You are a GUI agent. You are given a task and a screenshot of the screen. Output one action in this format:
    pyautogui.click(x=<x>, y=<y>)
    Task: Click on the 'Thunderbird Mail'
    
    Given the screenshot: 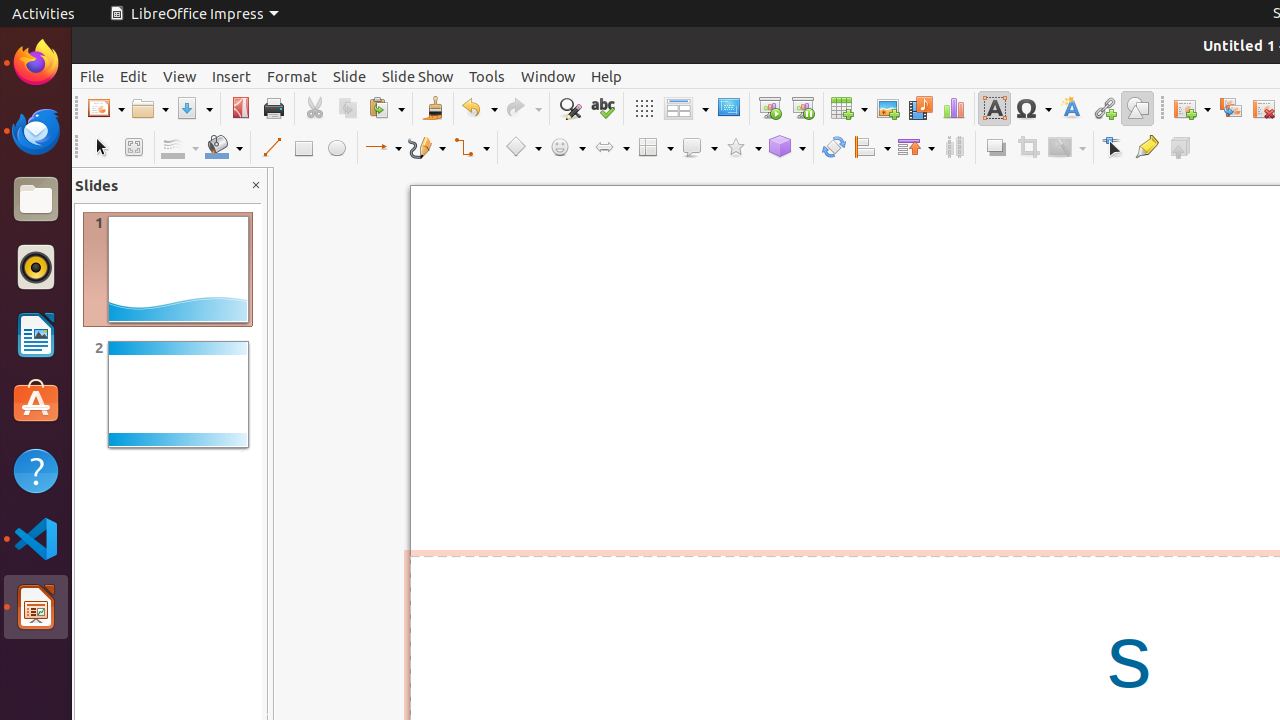 What is the action you would take?
    pyautogui.click(x=35, y=130)
    